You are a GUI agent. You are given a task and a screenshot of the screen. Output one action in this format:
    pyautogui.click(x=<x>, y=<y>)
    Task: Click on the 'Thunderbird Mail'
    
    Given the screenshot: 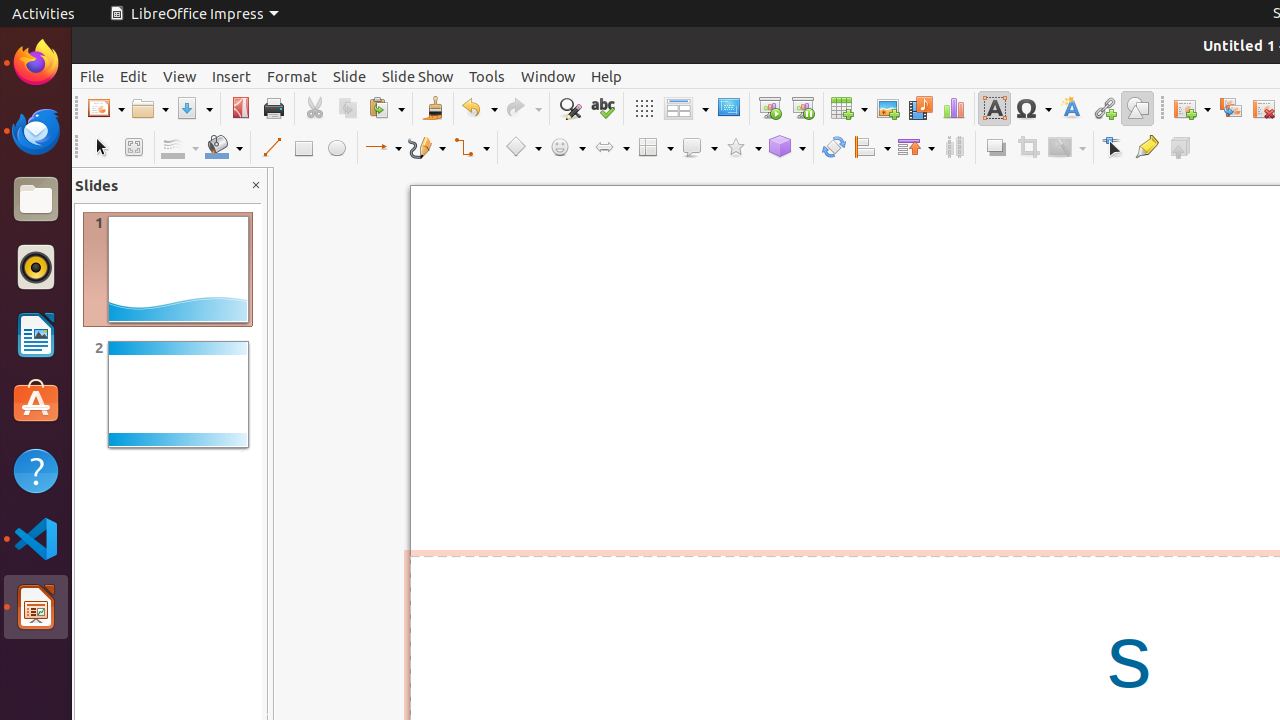 What is the action you would take?
    pyautogui.click(x=35, y=130)
    